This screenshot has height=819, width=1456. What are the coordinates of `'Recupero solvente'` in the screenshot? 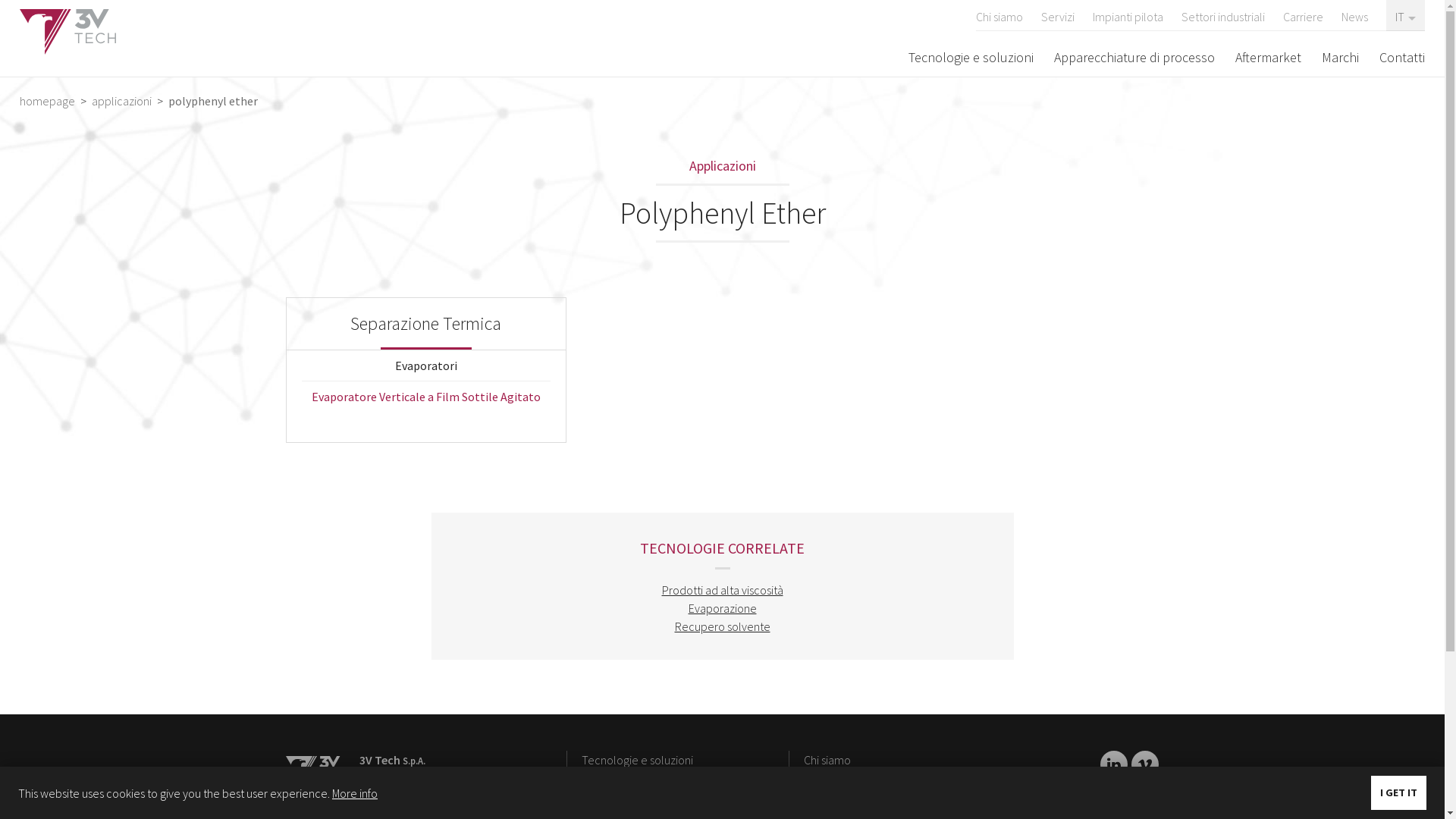 It's located at (673, 626).